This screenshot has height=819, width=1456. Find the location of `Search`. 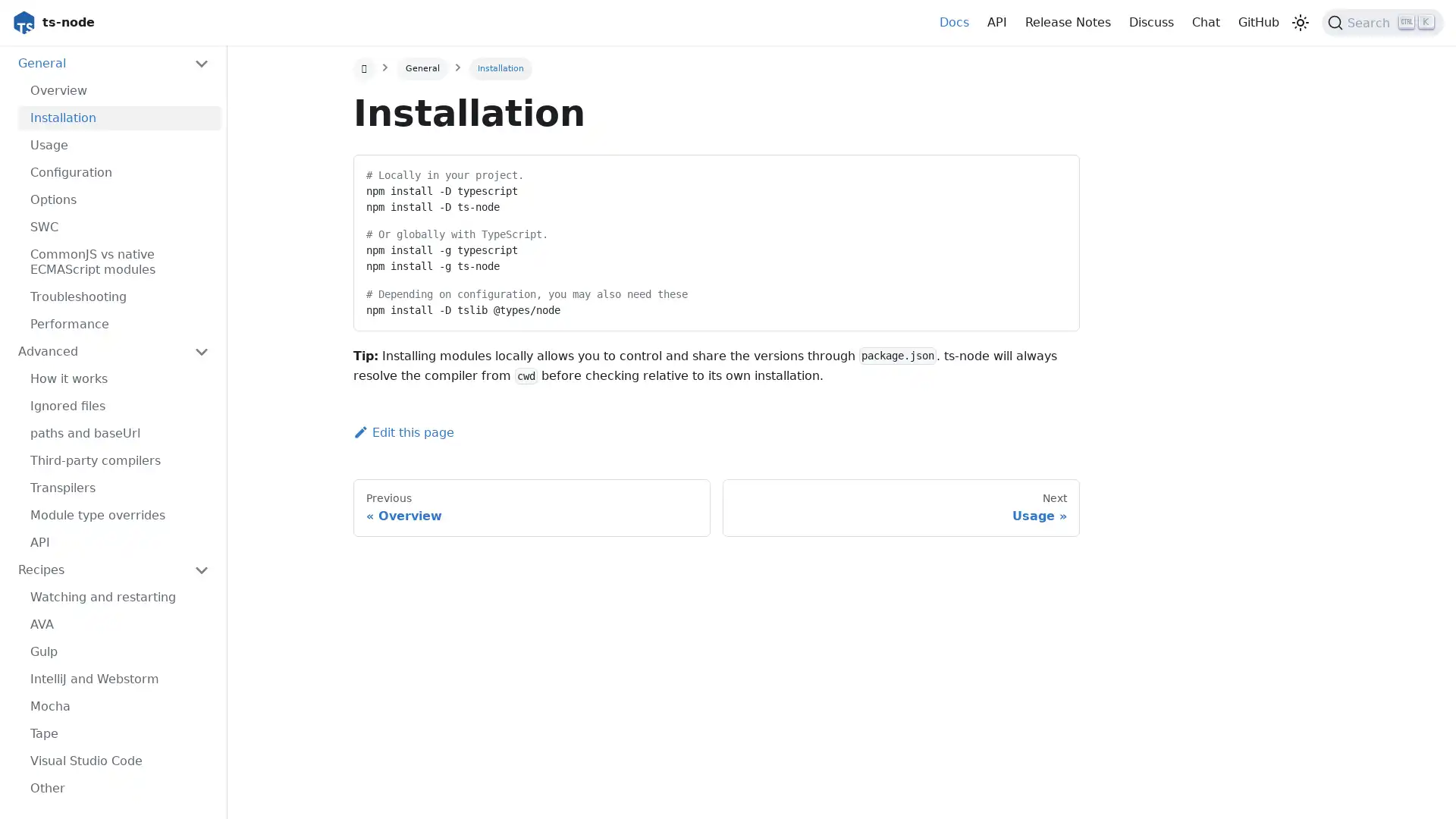

Search is located at coordinates (1382, 23).